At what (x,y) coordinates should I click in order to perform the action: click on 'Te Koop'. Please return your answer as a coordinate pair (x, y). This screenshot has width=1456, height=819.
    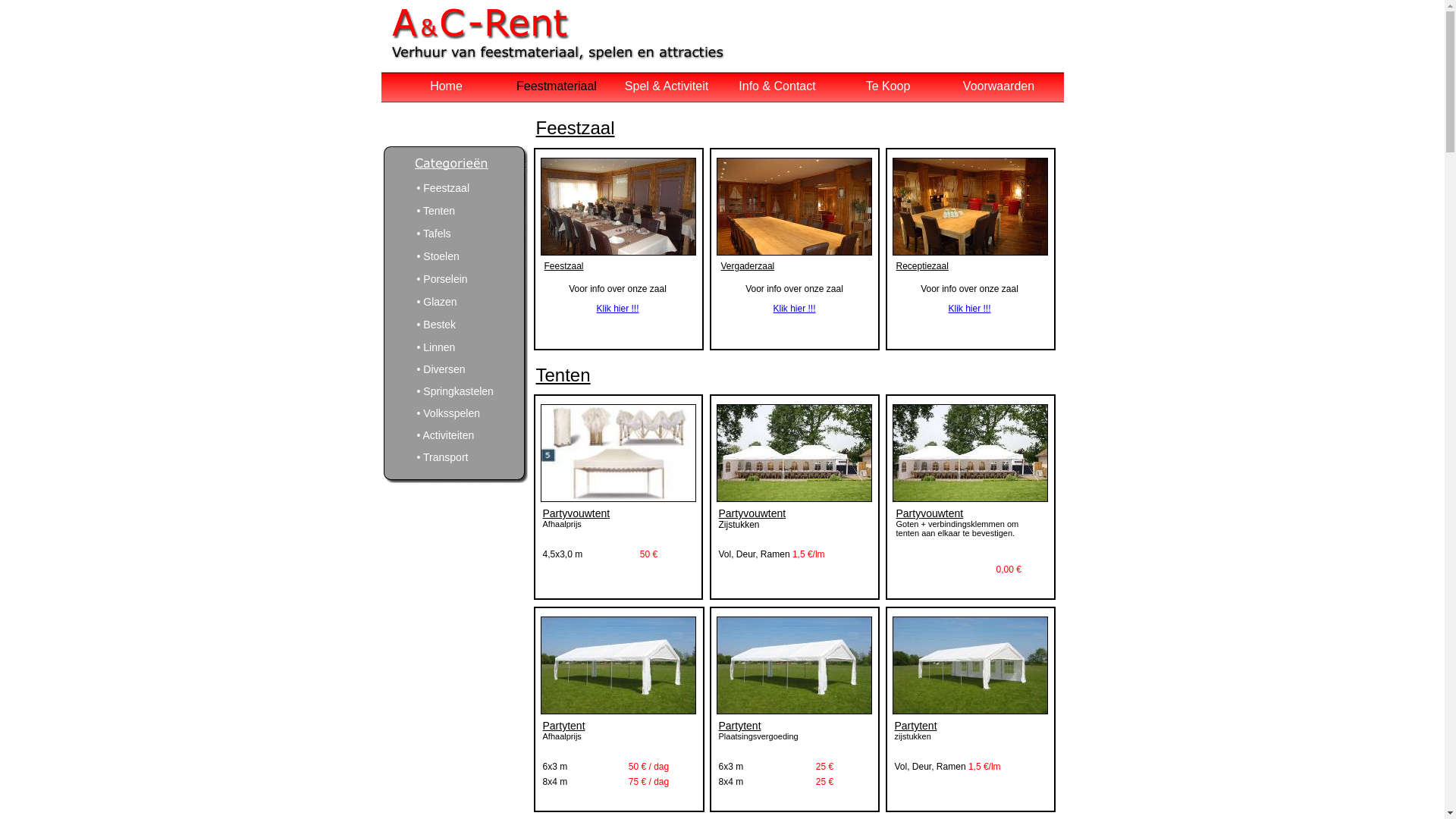
    Looking at the image, I should click on (866, 86).